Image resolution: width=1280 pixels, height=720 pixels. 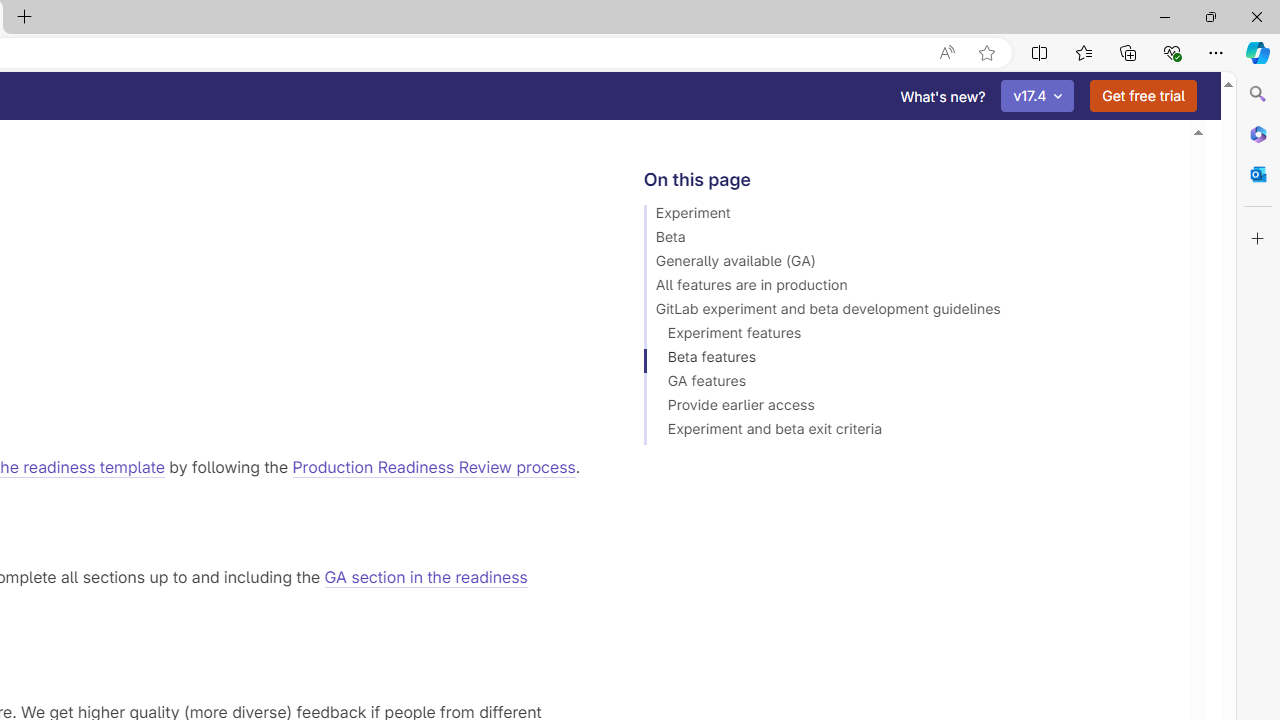 What do you see at coordinates (907, 288) in the screenshot?
I see `'All features are in production'` at bounding box center [907, 288].